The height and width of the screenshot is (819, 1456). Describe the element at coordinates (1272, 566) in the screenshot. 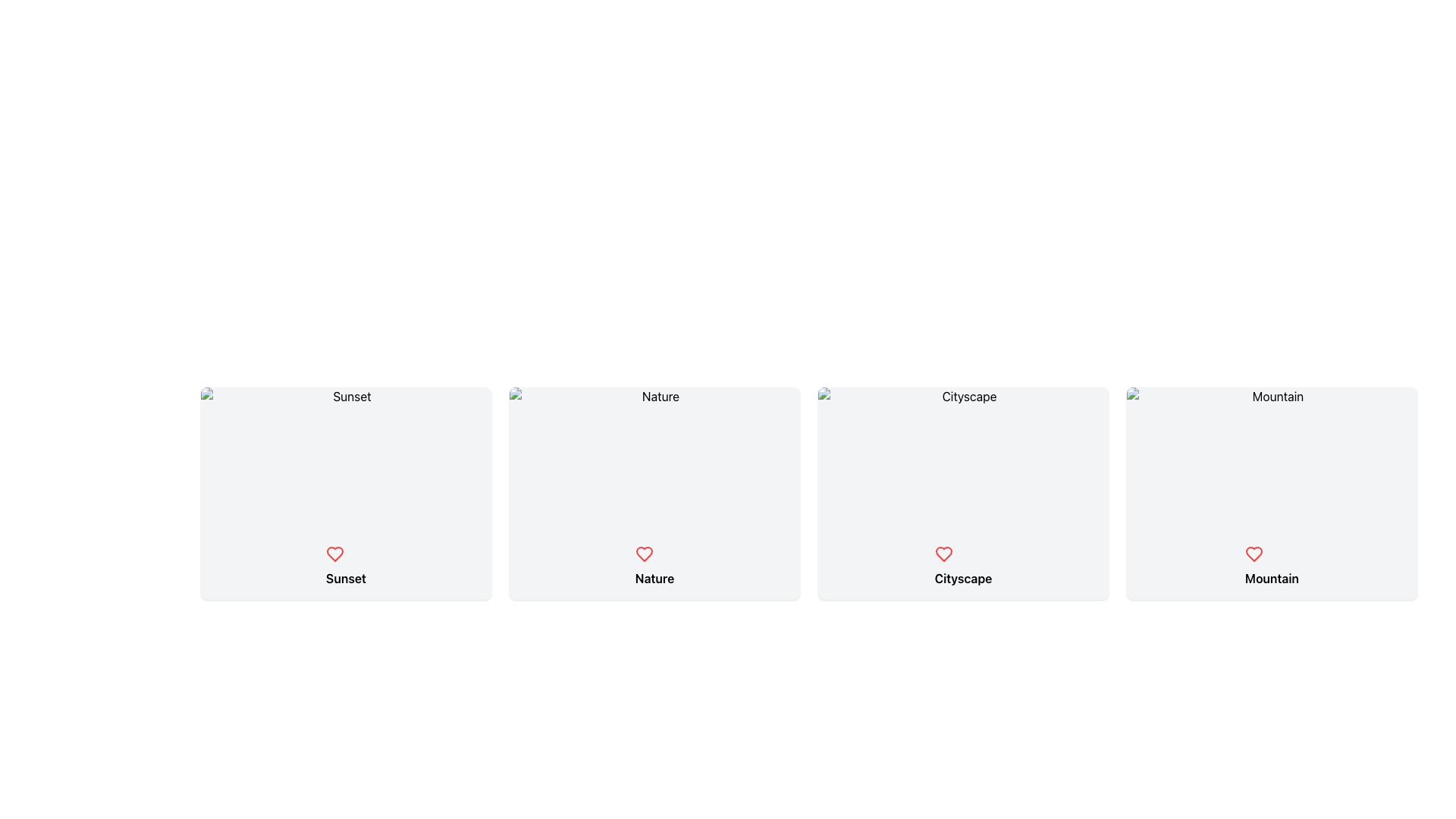

I see `the text label 'Mountain' which is located below a red heart icon in the card layout` at that location.